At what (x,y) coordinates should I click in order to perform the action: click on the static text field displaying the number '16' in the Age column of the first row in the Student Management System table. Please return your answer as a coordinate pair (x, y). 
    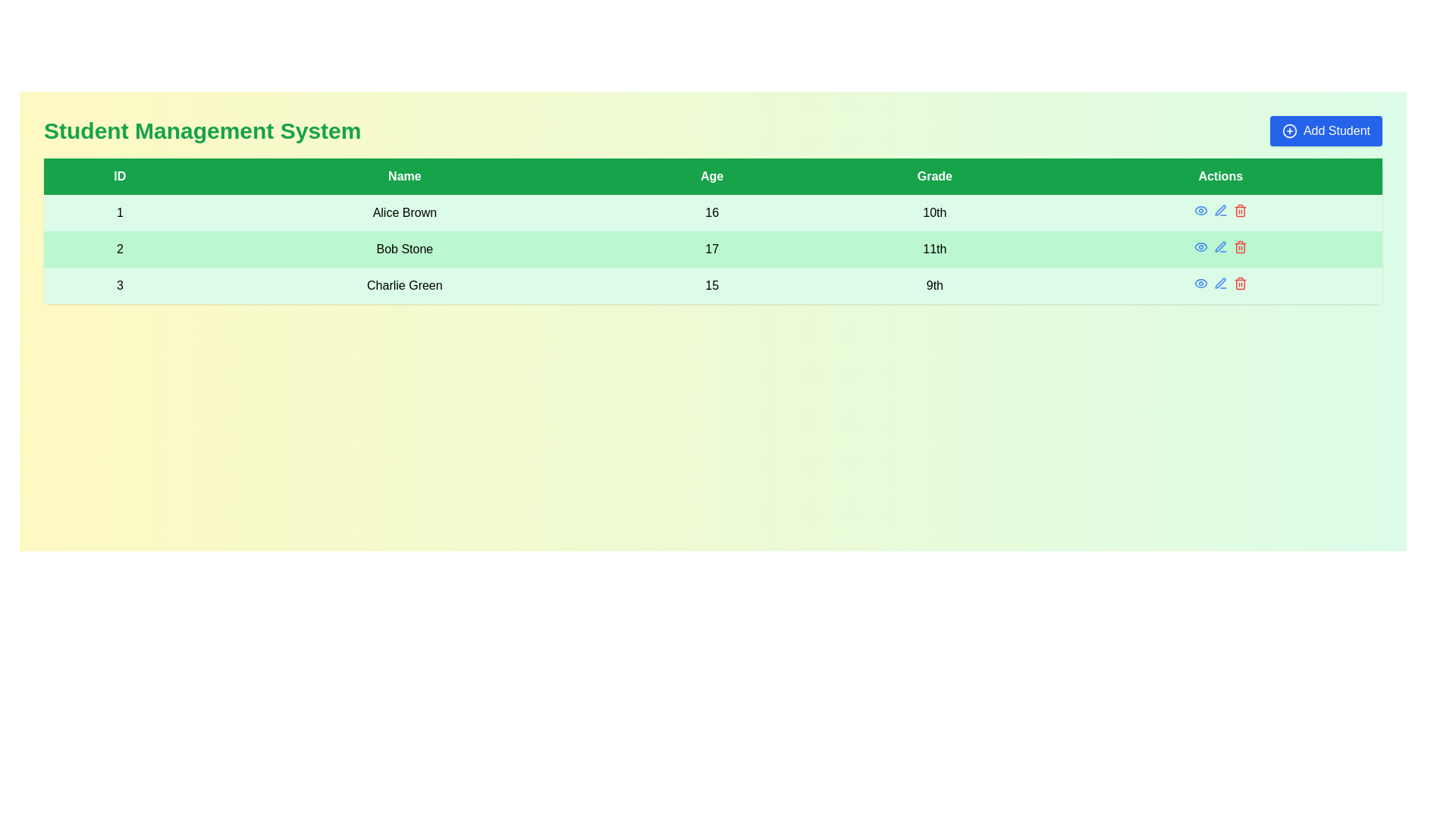
    Looking at the image, I should click on (711, 213).